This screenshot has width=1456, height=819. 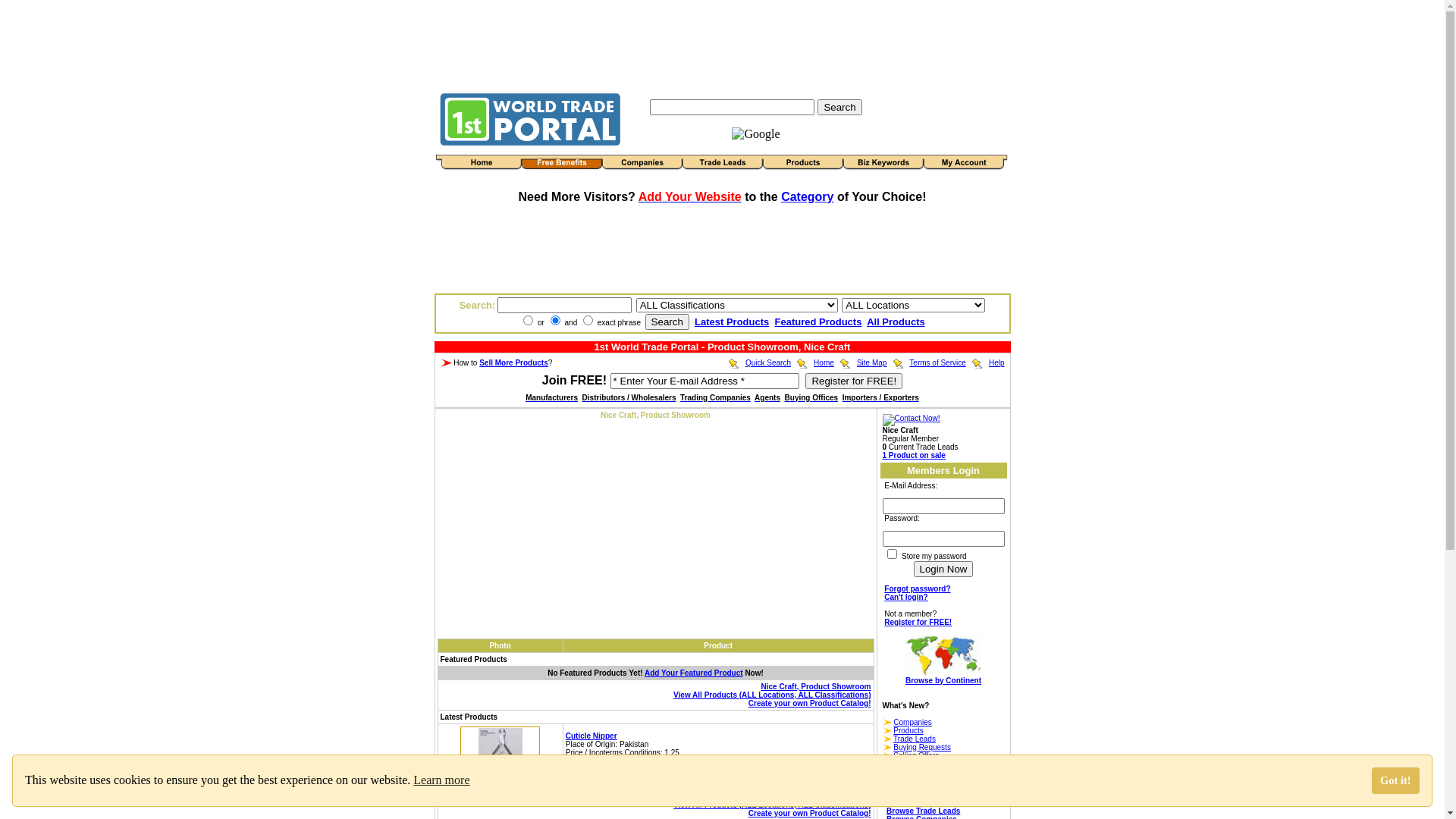 What do you see at coordinates (916, 588) in the screenshot?
I see `'Forgot password?'` at bounding box center [916, 588].